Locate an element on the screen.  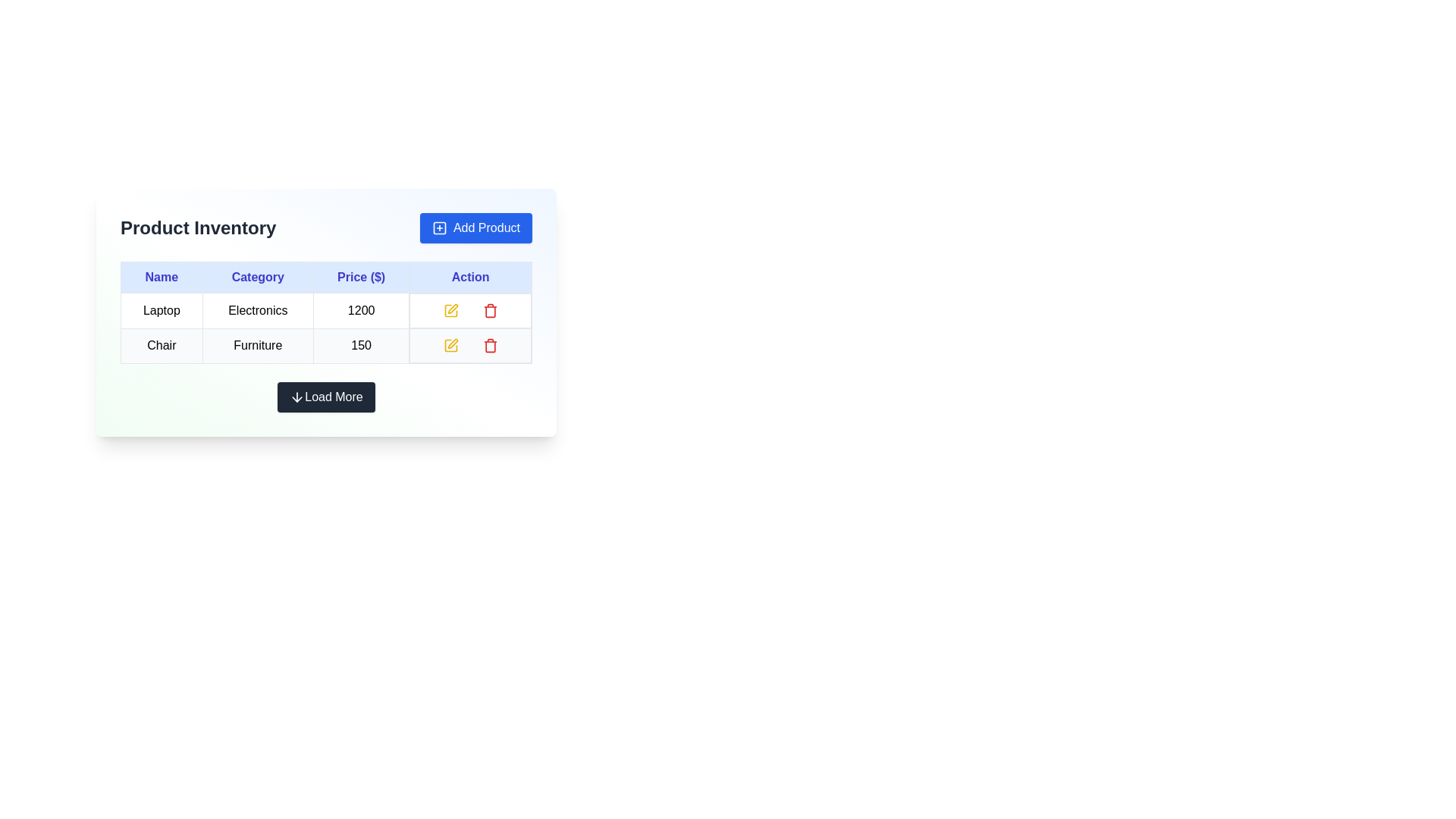
the 'Load More' button, which has a dark gray background, white text, and an arrow-down icon, located below the product listing table is located at coordinates (325, 397).